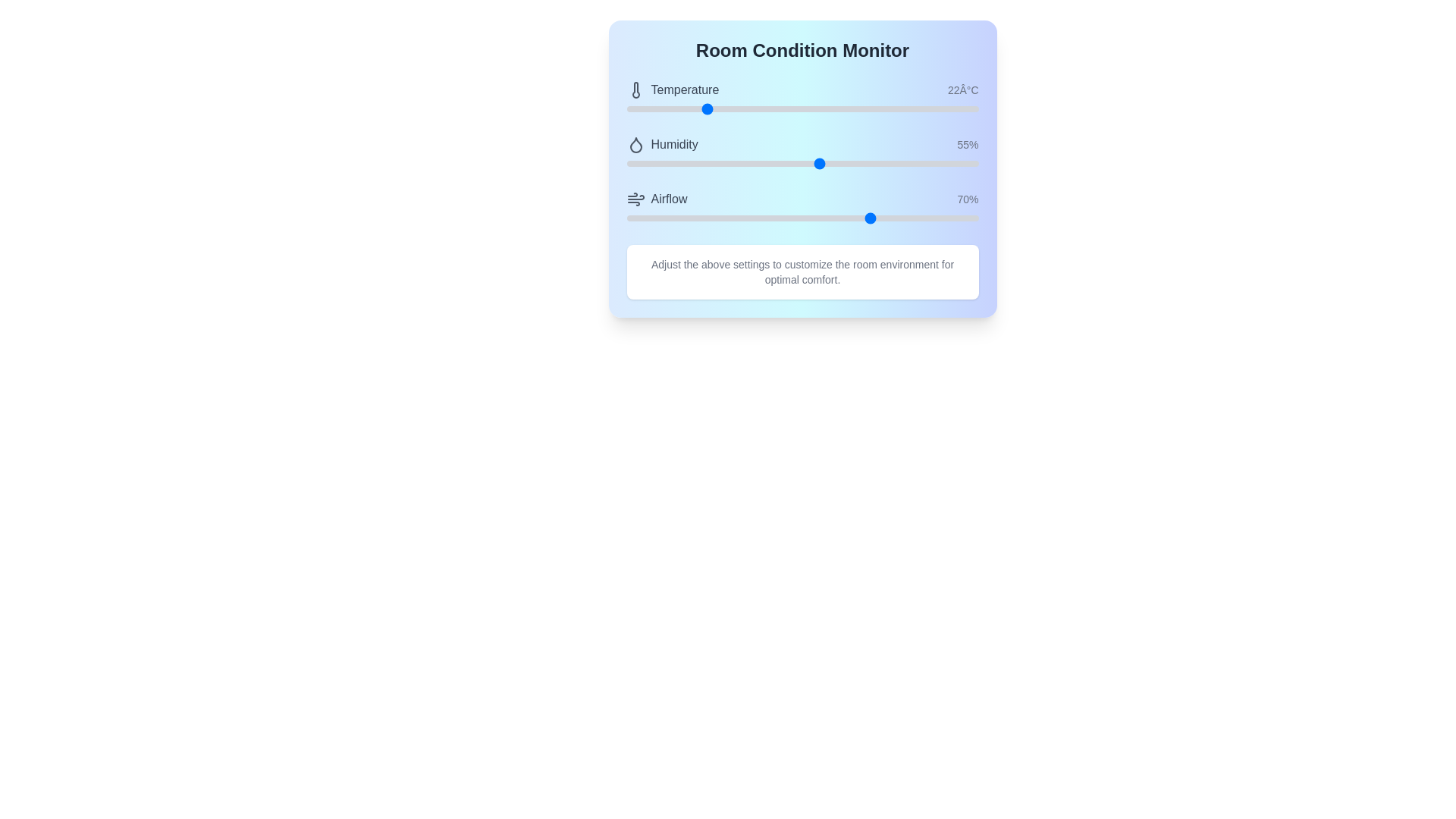 The height and width of the screenshot is (819, 1456). I want to click on and drag the 'Airflow' range slider to adjust the airflow level from its current value of 70%, so click(802, 218).